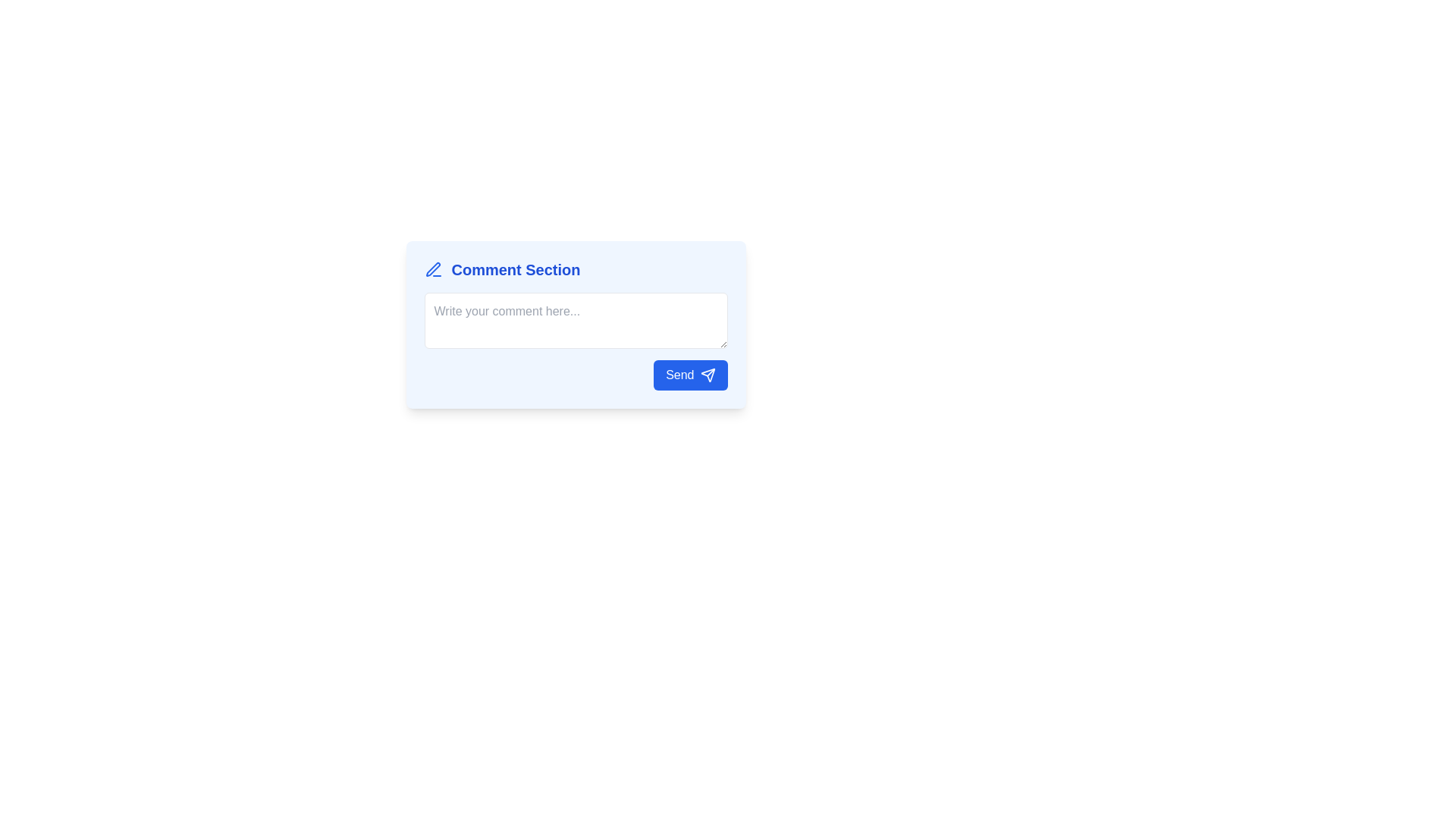 This screenshot has height=819, width=1456. Describe the element at coordinates (575, 324) in the screenshot. I see `inside the comment input field of the comment submission interface` at that location.